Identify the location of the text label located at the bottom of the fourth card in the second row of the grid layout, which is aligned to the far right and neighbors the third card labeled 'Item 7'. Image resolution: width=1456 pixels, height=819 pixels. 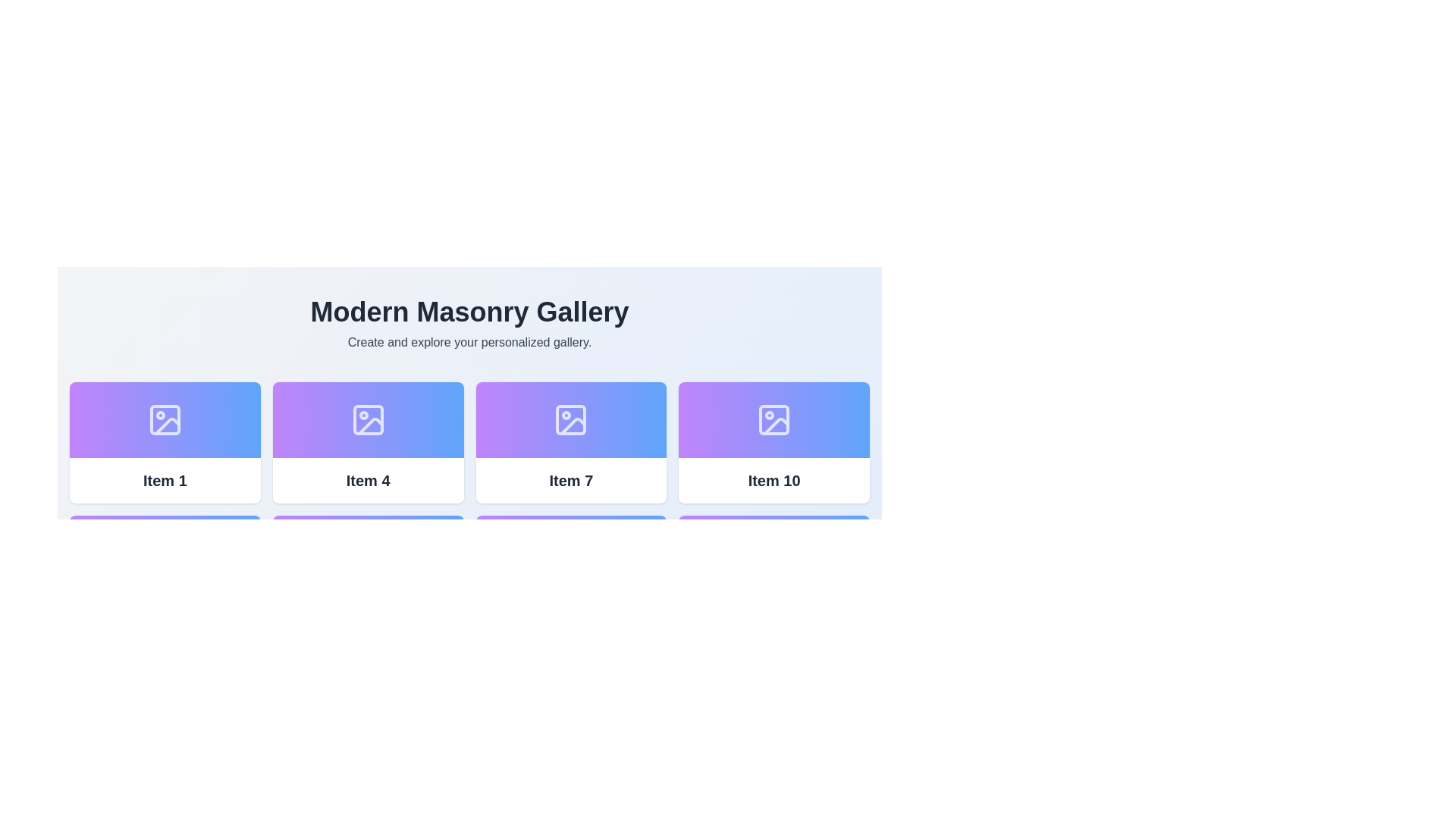
(774, 480).